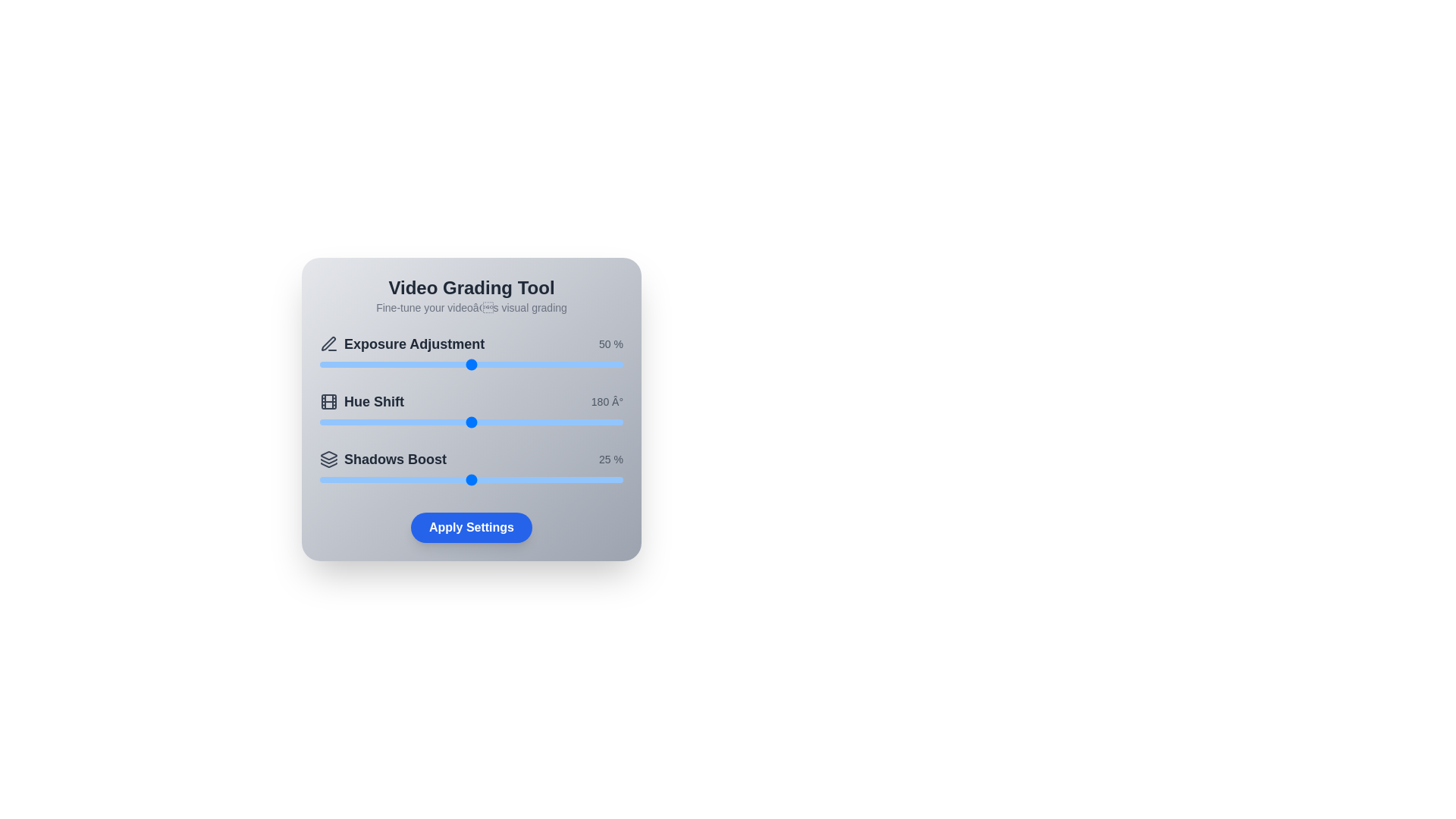  Describe the element at coordinates (548, 422) in the screenshot. I see `the hue shift` at that location.